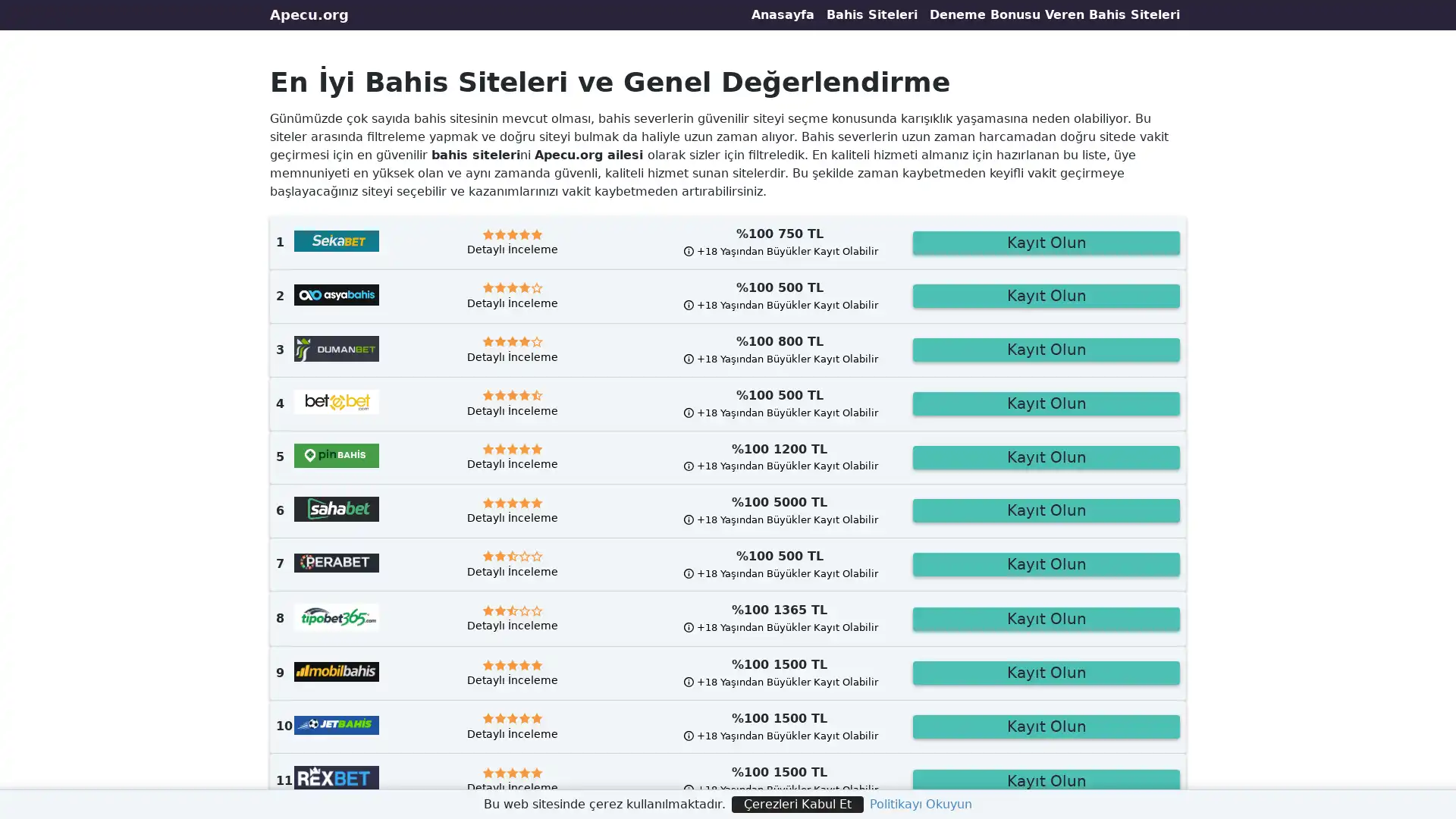 The height and width of the screenshot is (819, 1456). I want to click on Load terms and conditions, so click(779, 250).